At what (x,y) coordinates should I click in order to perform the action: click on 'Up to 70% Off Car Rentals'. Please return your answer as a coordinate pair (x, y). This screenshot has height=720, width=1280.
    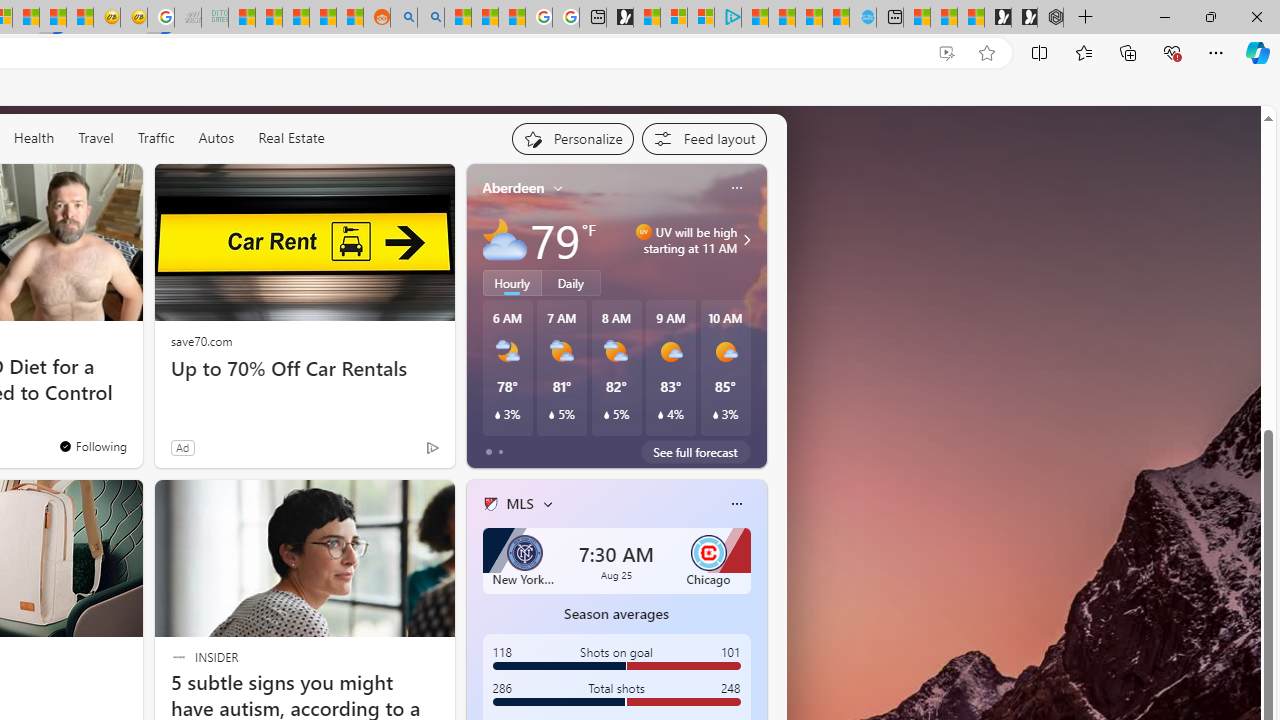
    Looking at the image, I should click on (303, 368).